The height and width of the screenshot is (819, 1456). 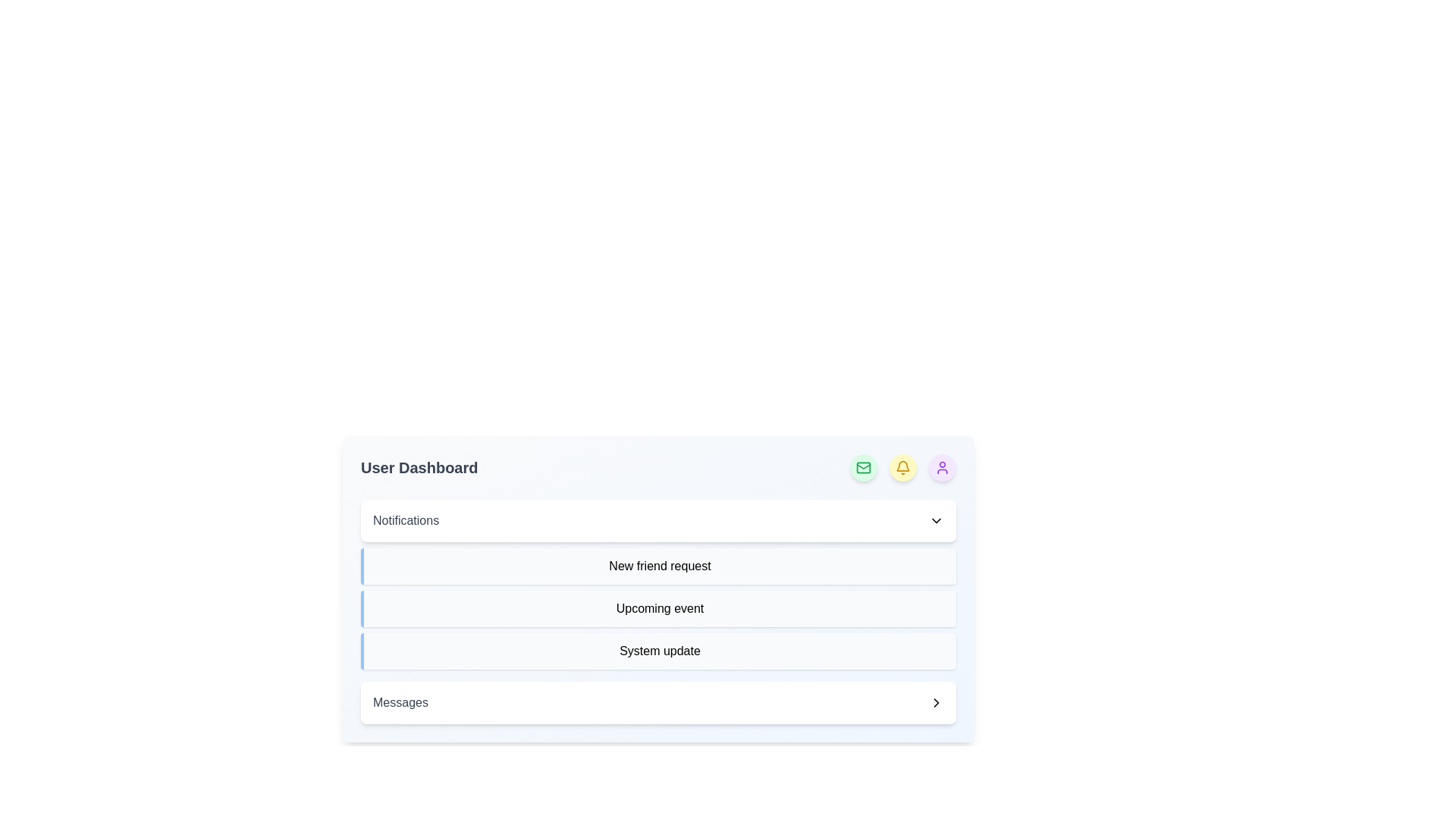 I want to click on the Information box that represents a system update notification, which is the third item in the Notifications section, so click(x=658, y=651).